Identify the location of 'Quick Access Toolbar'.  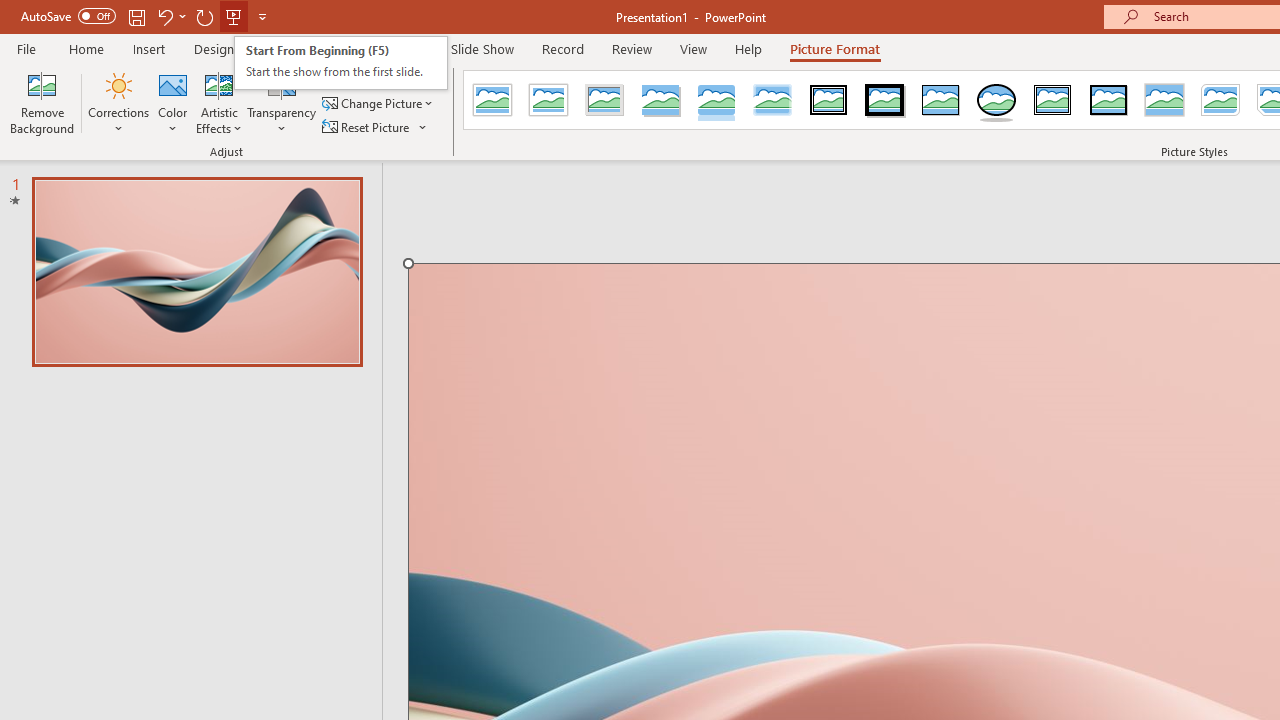
(144, 16).